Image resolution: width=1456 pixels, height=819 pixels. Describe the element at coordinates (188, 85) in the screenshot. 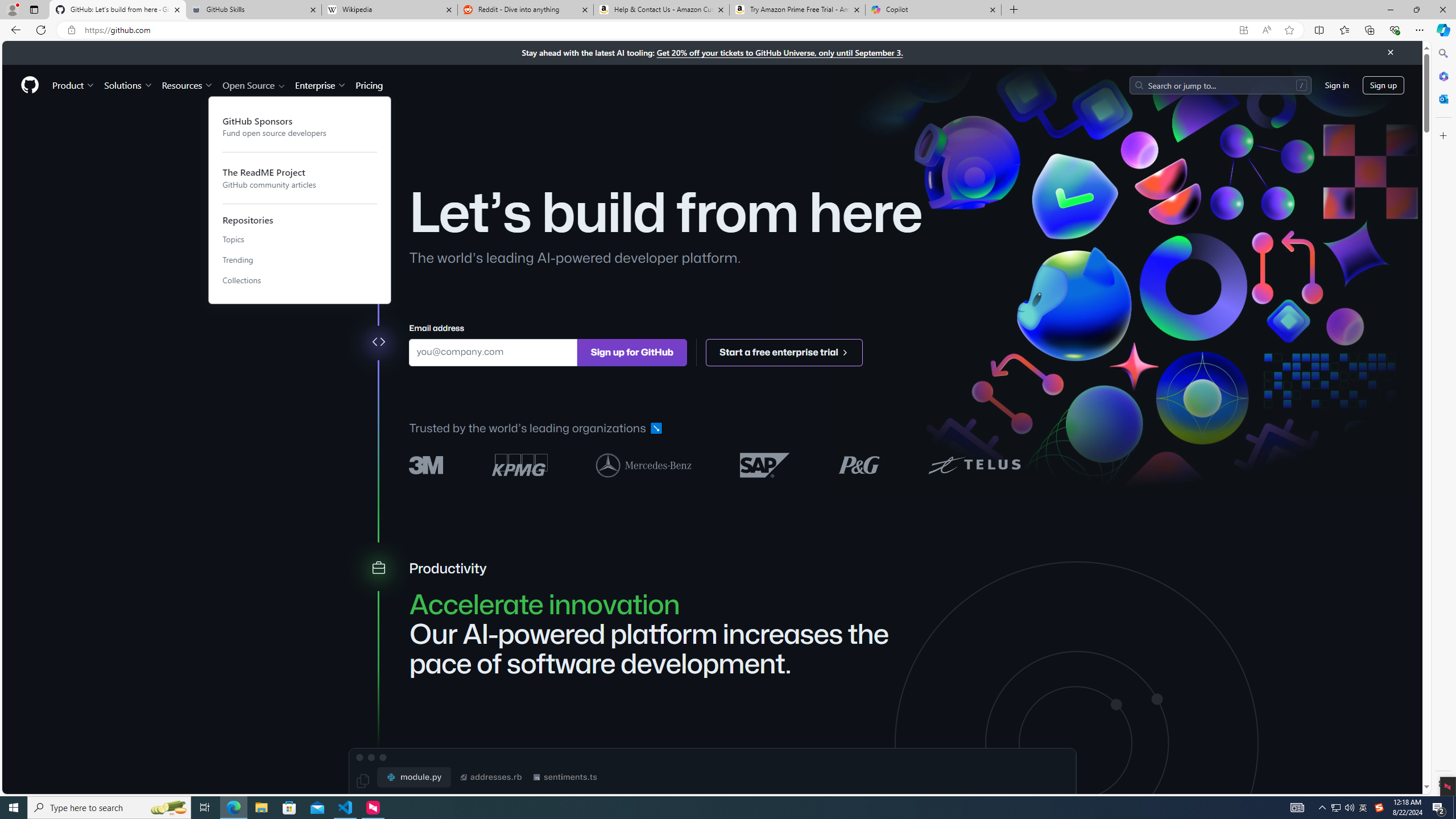

I see `'Resources'` at that location.